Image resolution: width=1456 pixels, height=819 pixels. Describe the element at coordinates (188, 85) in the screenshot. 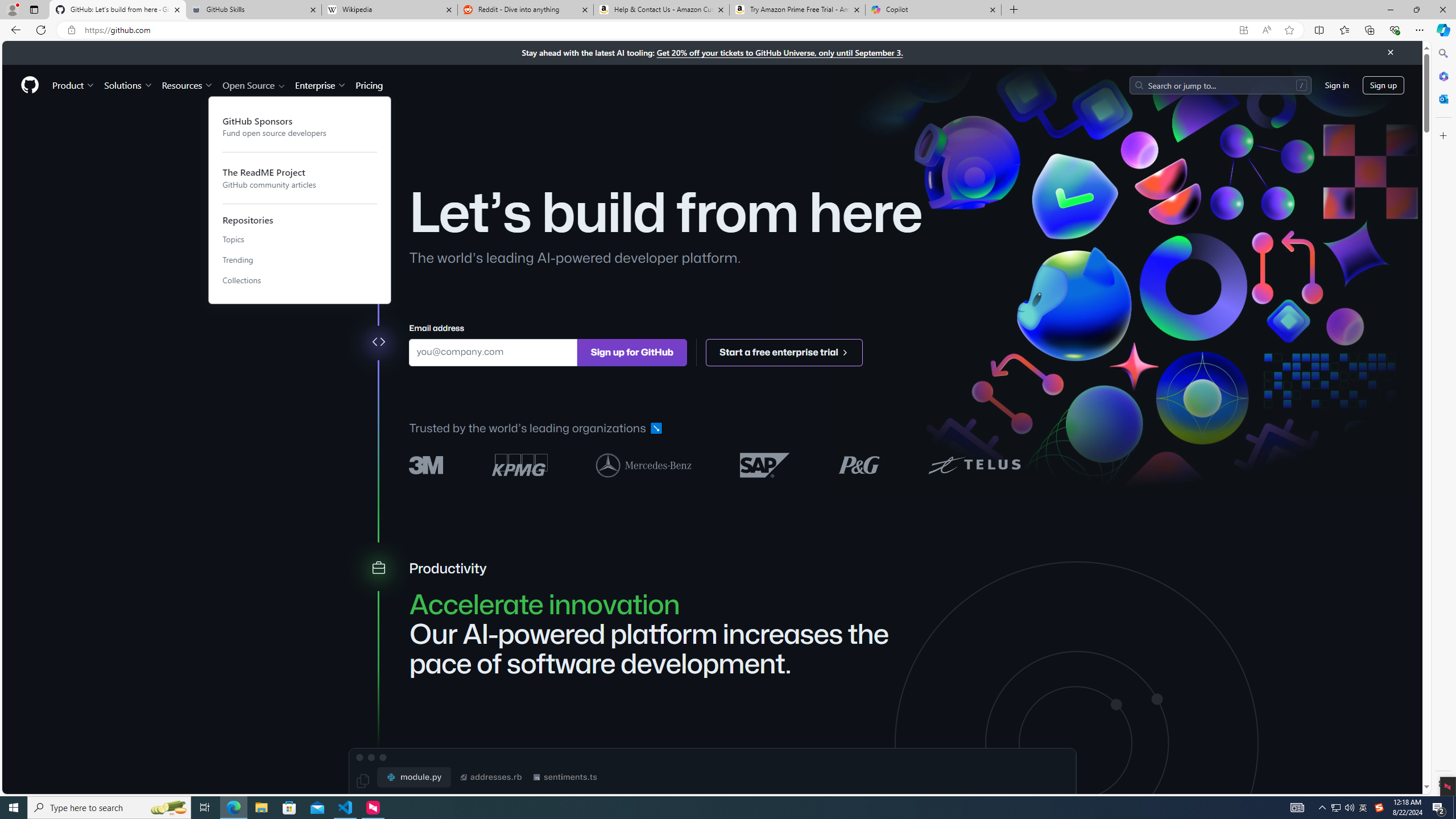

I see `'Resources'` at that location.